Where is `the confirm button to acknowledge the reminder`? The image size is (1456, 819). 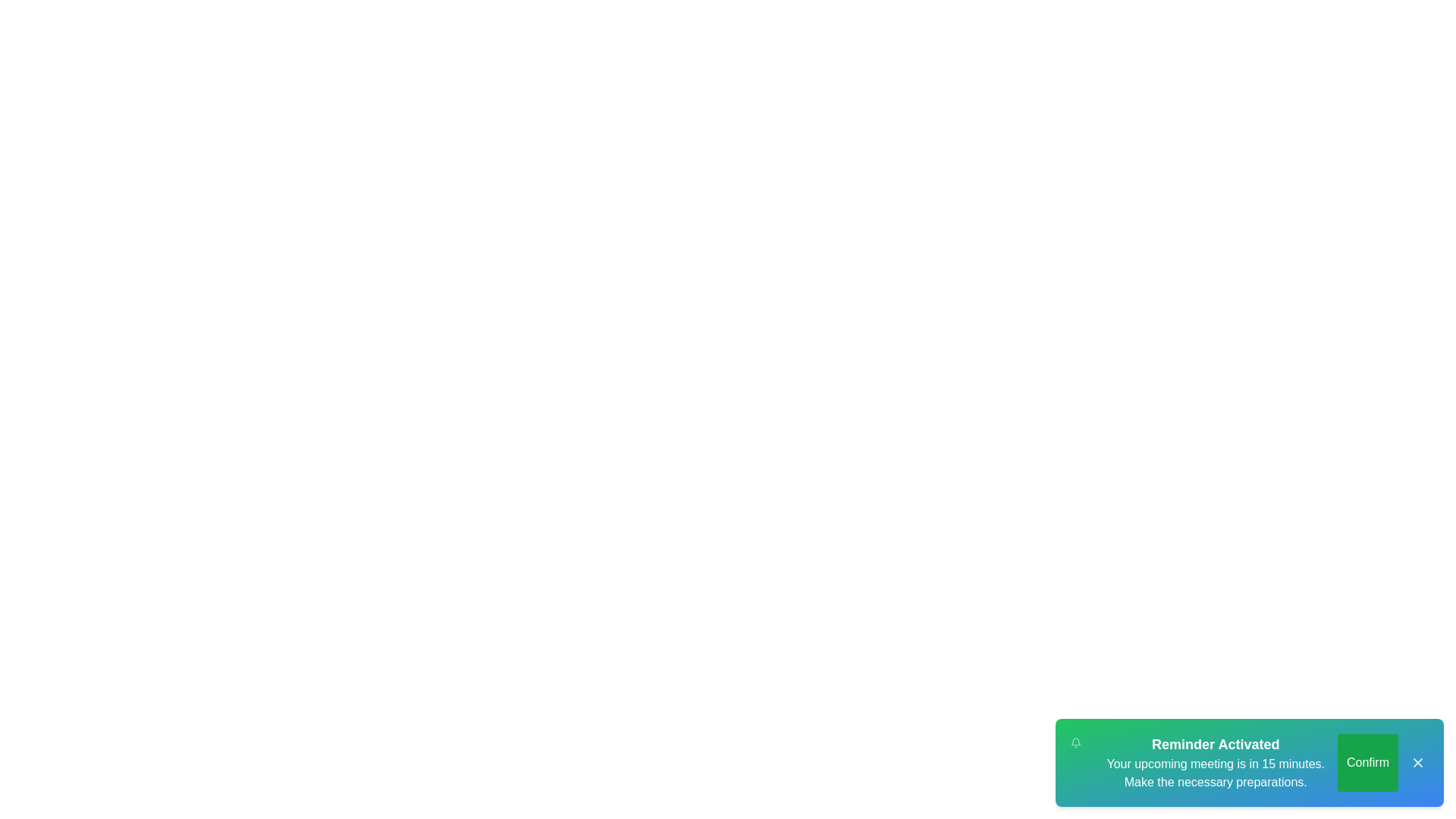
the confirm button to acknowledge the reminder is located at coordinates (1368, 763).